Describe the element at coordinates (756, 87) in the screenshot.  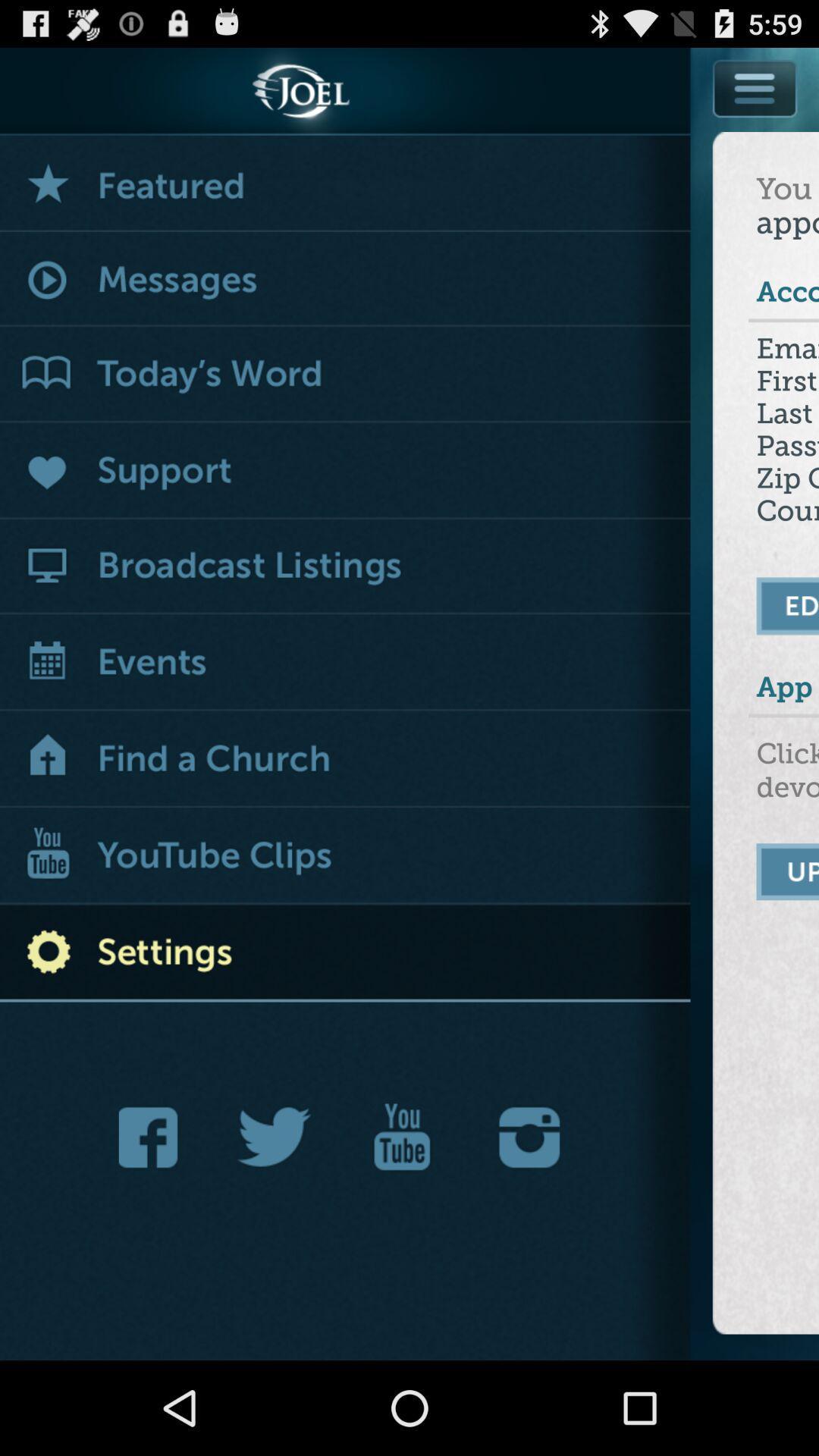
I see `open main menu` at that location.